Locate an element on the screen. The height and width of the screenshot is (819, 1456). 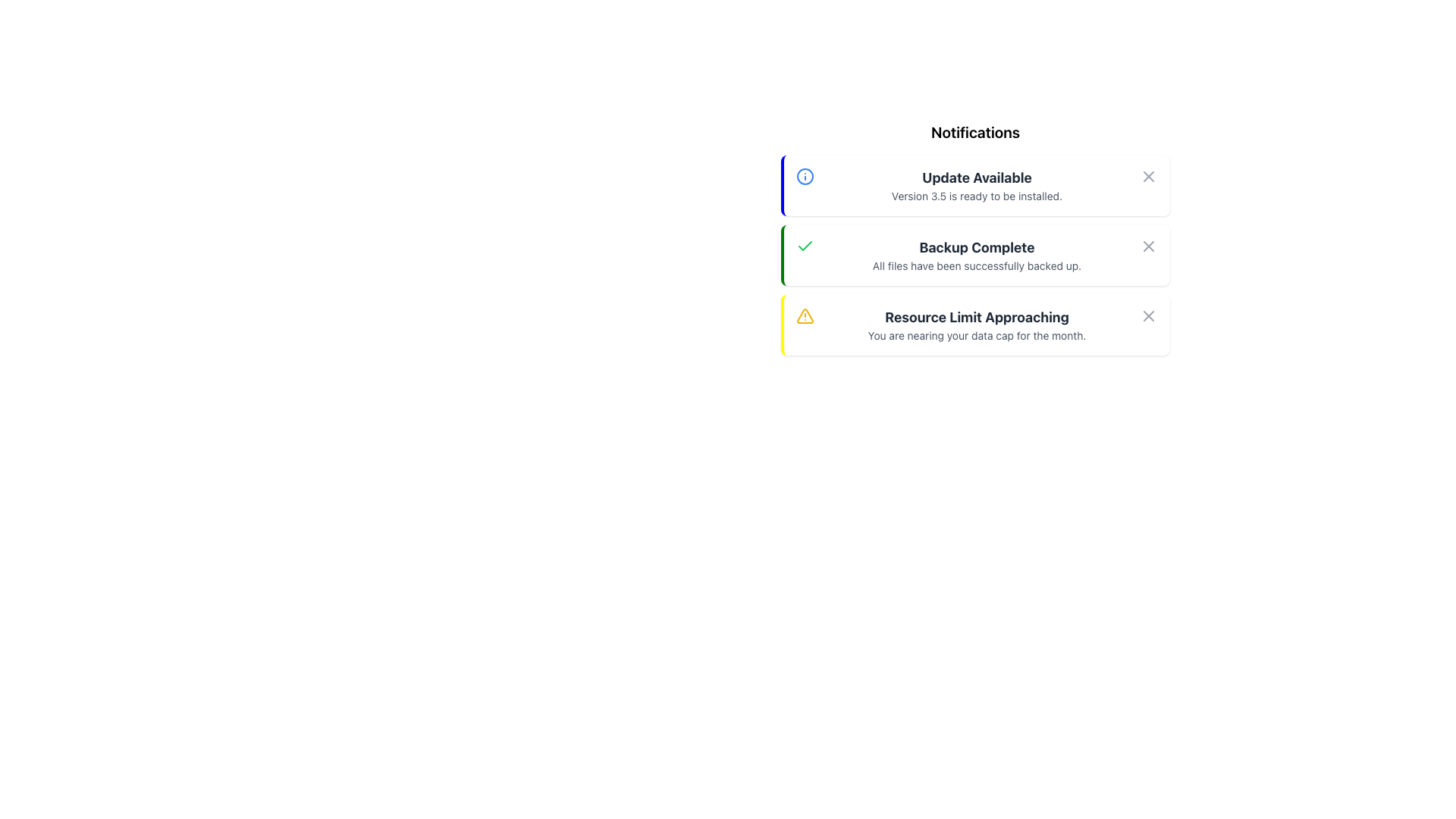
the Notification card that informs the user about the completion of a backup task, which is the second notification in a vertical stack is located at coordinates (975, 254).